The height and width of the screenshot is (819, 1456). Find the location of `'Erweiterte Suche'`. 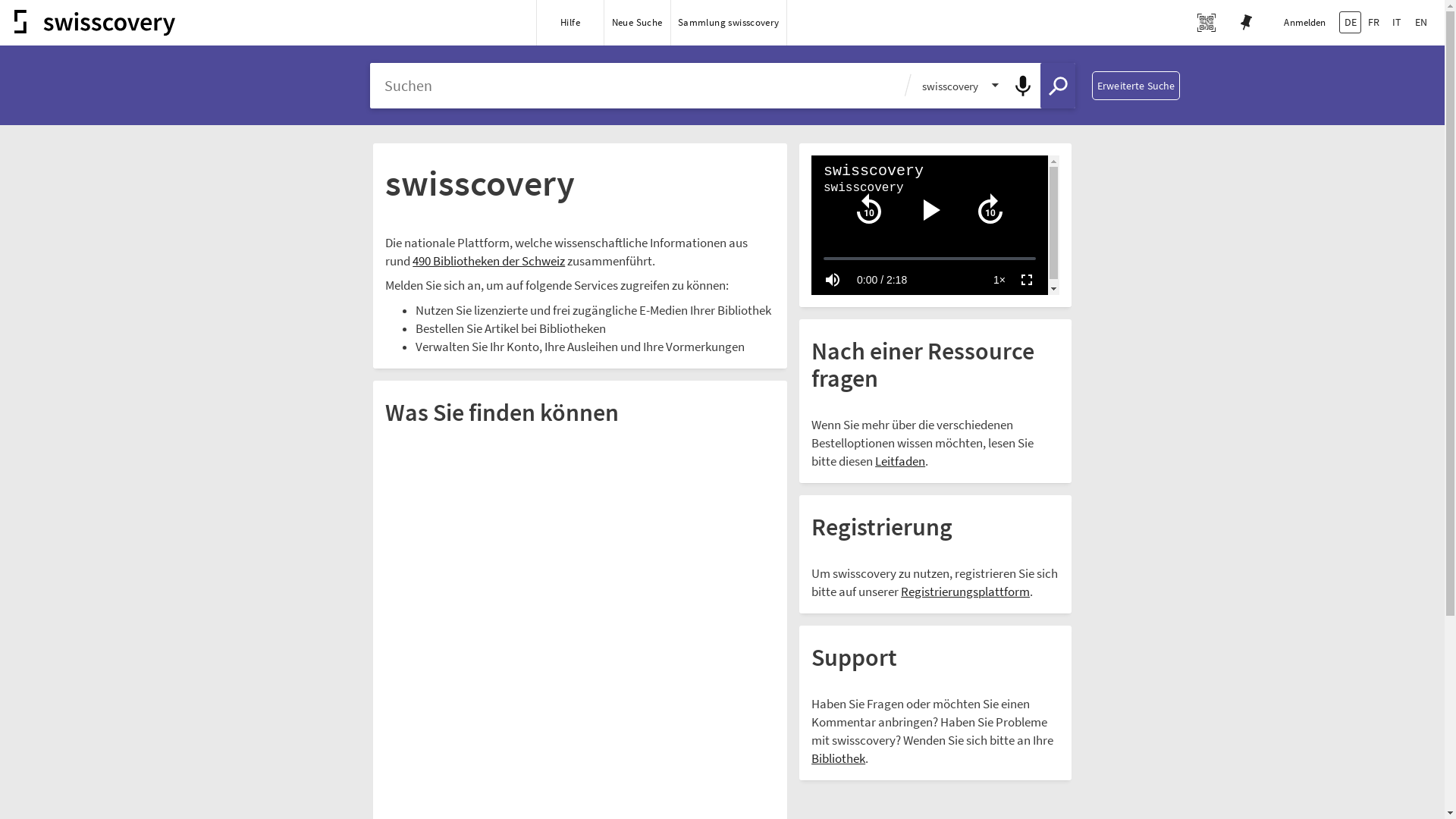

'Erweiterte Suche' is located at coordinates (1135, 85).